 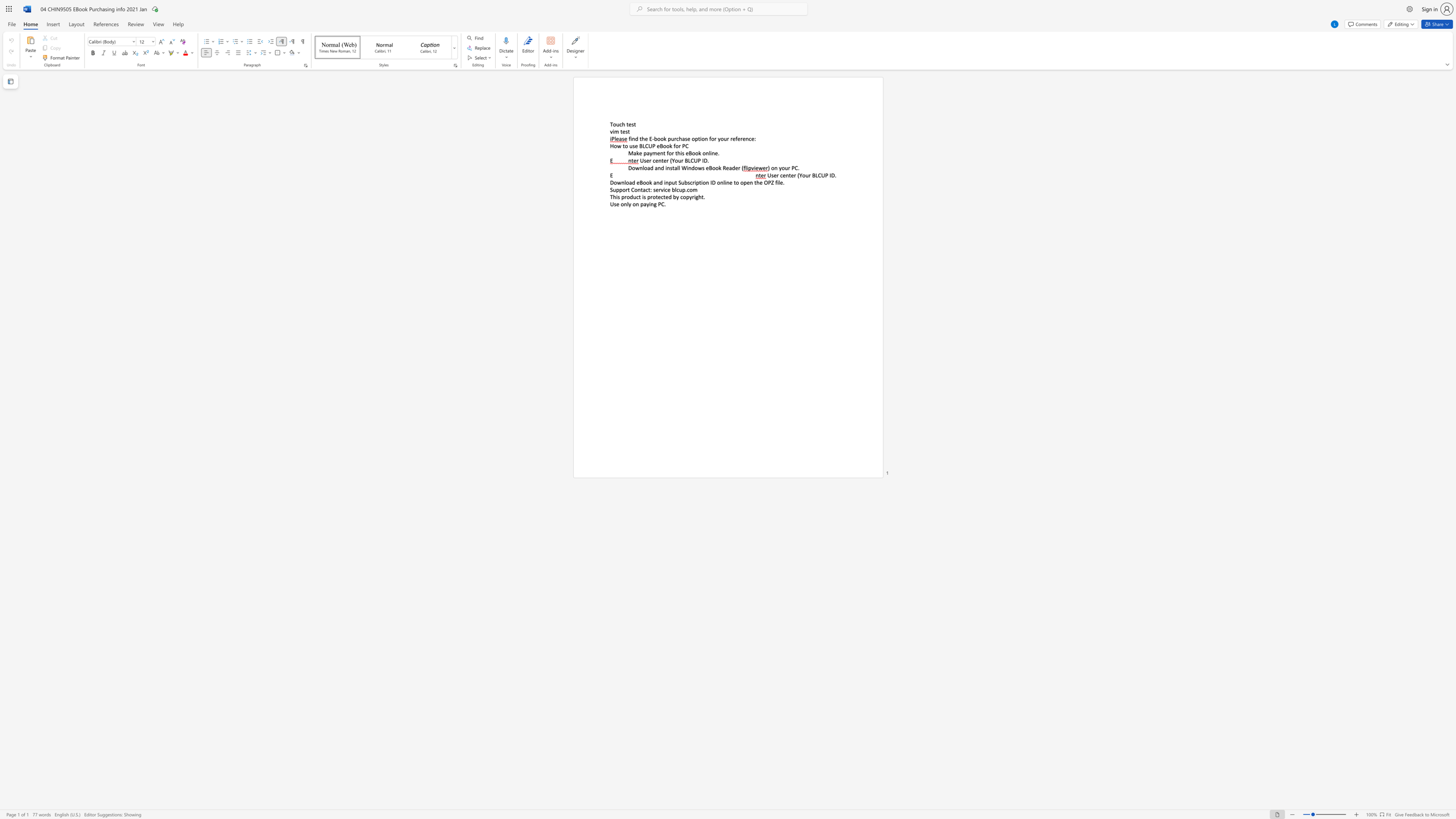 What do you see at coordinates (776, 175) in the screenshot?
I see `the subset text "r center (Your BLCUP I" within the text "User center (Your BLCUP ID."` at bounding box center [776, 175].